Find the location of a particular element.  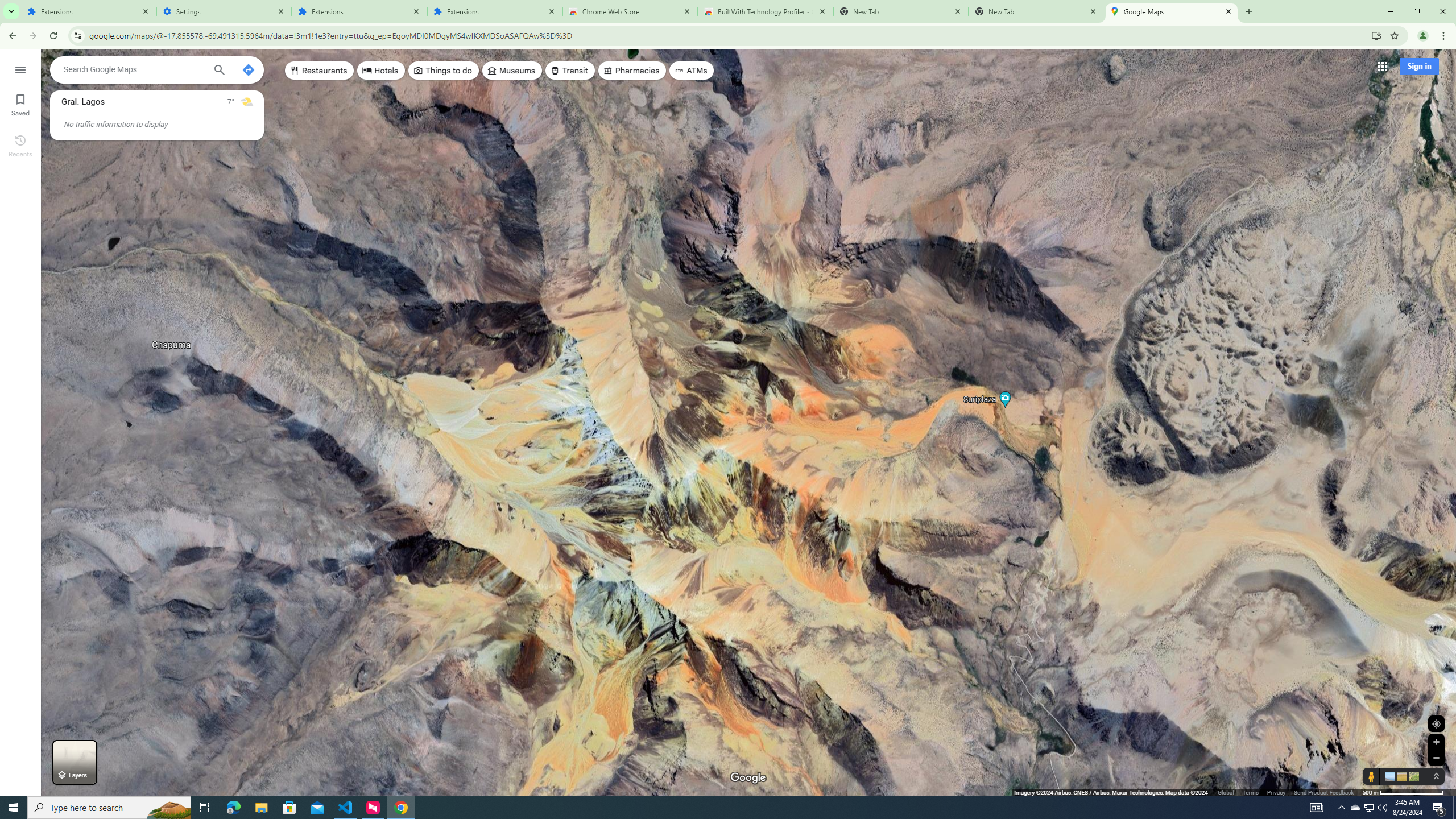

'Restaurants' is located at coordinates (318, 69).